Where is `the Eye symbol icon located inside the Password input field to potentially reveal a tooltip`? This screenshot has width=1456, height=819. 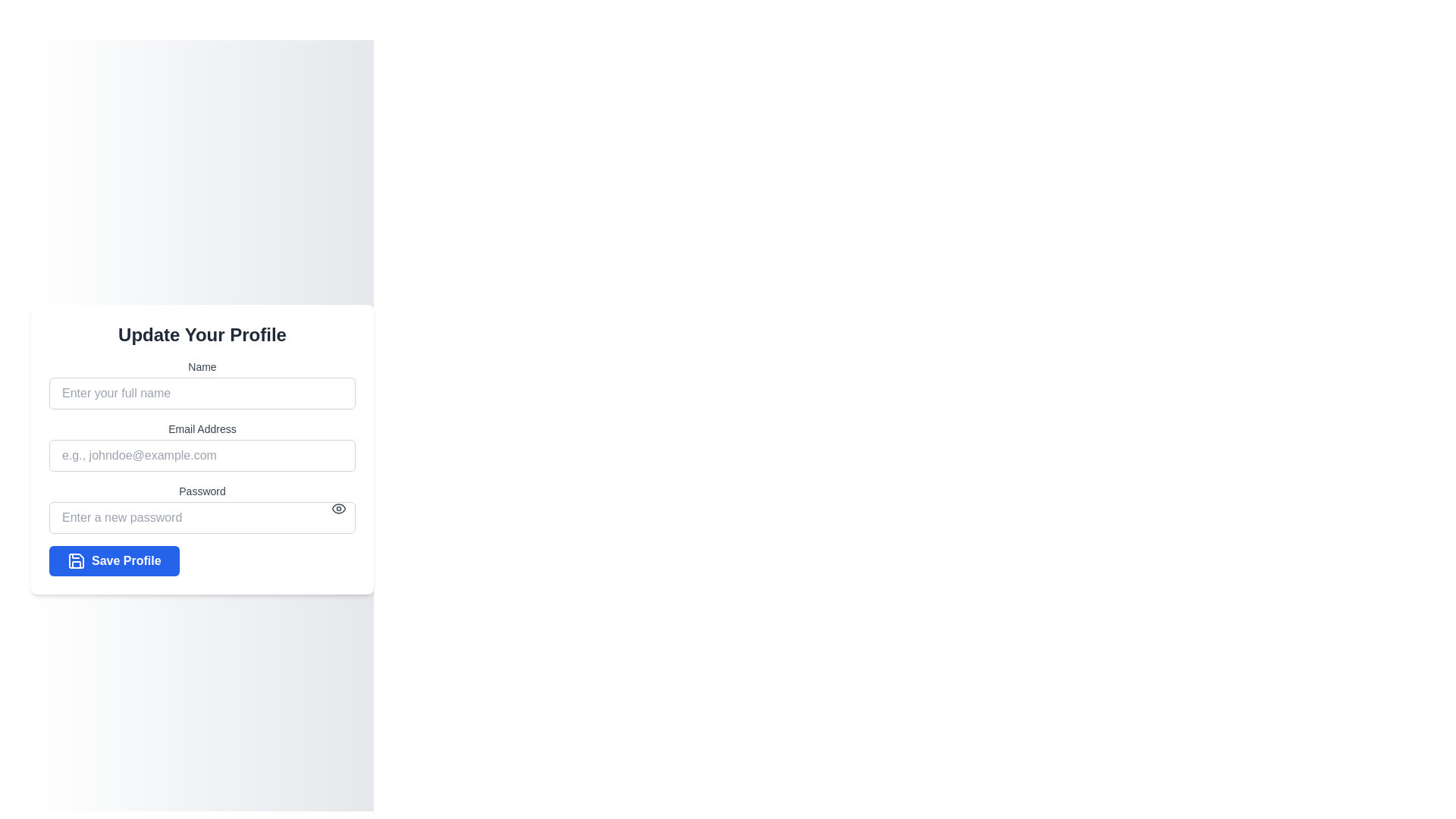 the Eye symbol icon located inside the Password input field to potentially reveal a tooltip is located at coordinates (337, 509).